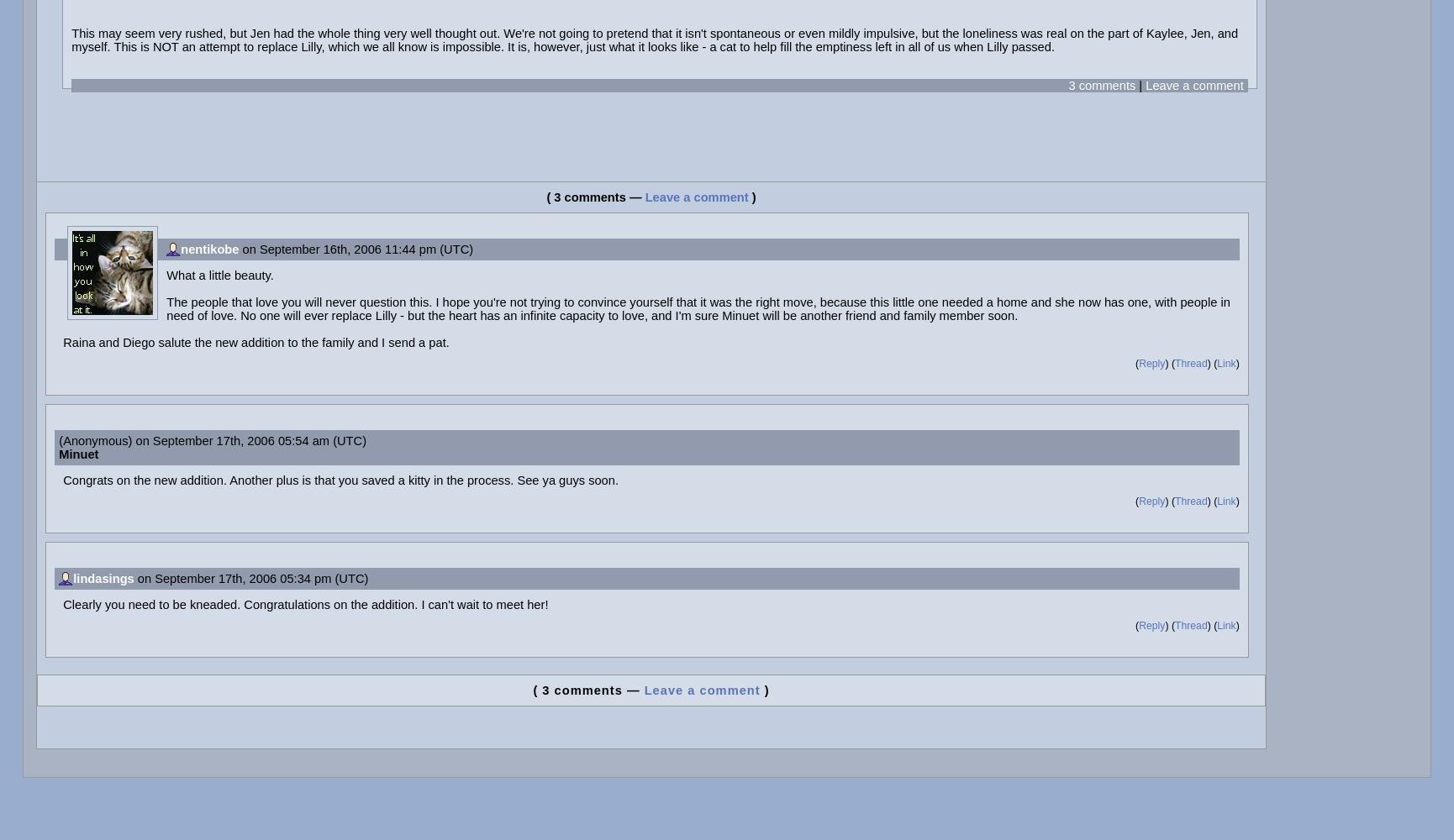 The image size is (1454, 840). Describe the element at coordinates (365, 249) in the screenshot. I see `'September 16th, 2006 11:44 pm (UTC)'` at that location.